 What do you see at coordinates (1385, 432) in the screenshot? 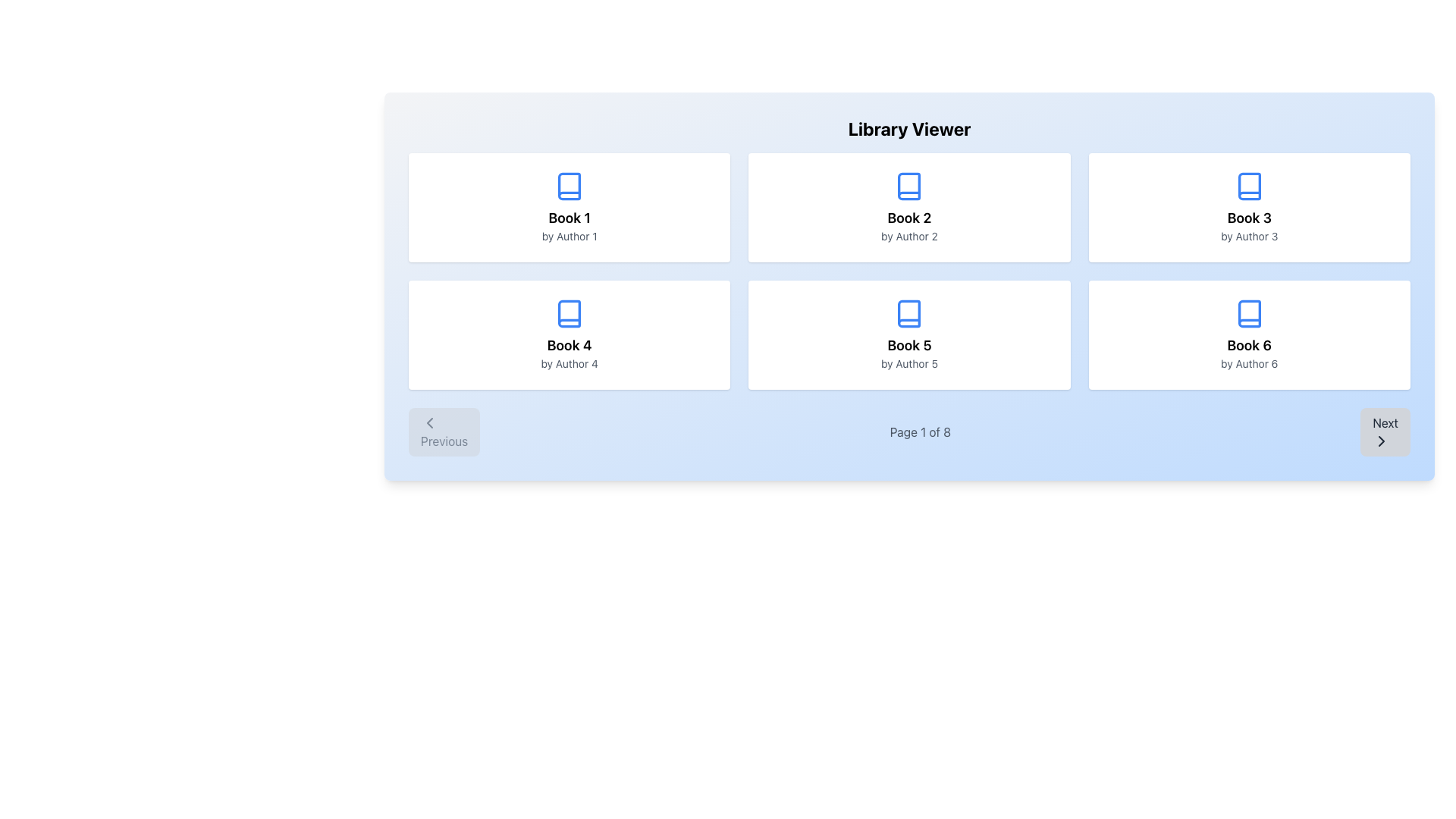
I see `the 'Next' button located at the bottom right corner of the interface` at bounding box center [1385, 432].